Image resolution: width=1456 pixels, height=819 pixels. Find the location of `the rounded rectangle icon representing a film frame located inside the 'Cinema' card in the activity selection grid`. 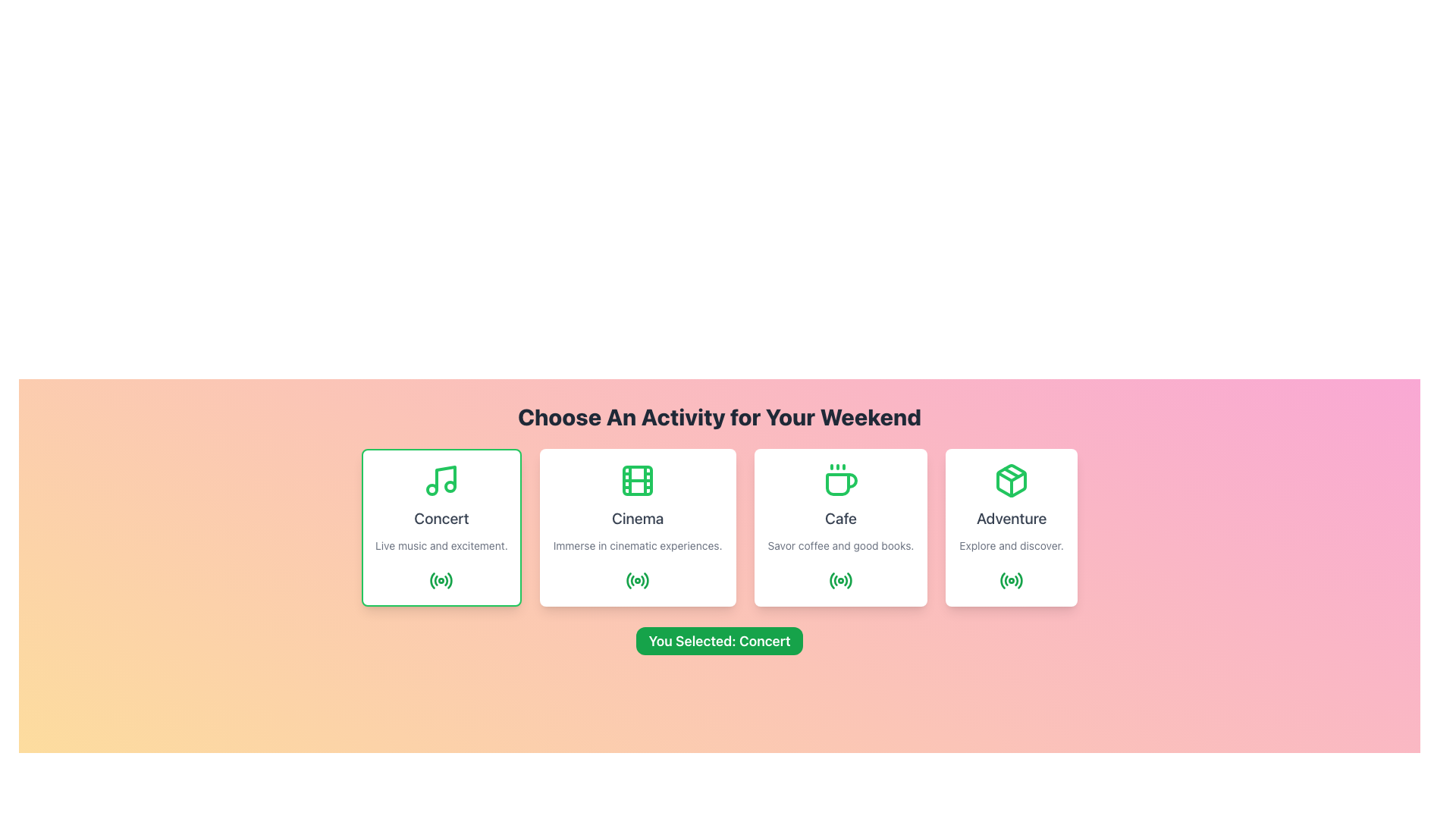

the rounded rectangle icon representing a film frame located inside the 'Cinema' card in the activity selection grid is located at coordinates (638, 480).